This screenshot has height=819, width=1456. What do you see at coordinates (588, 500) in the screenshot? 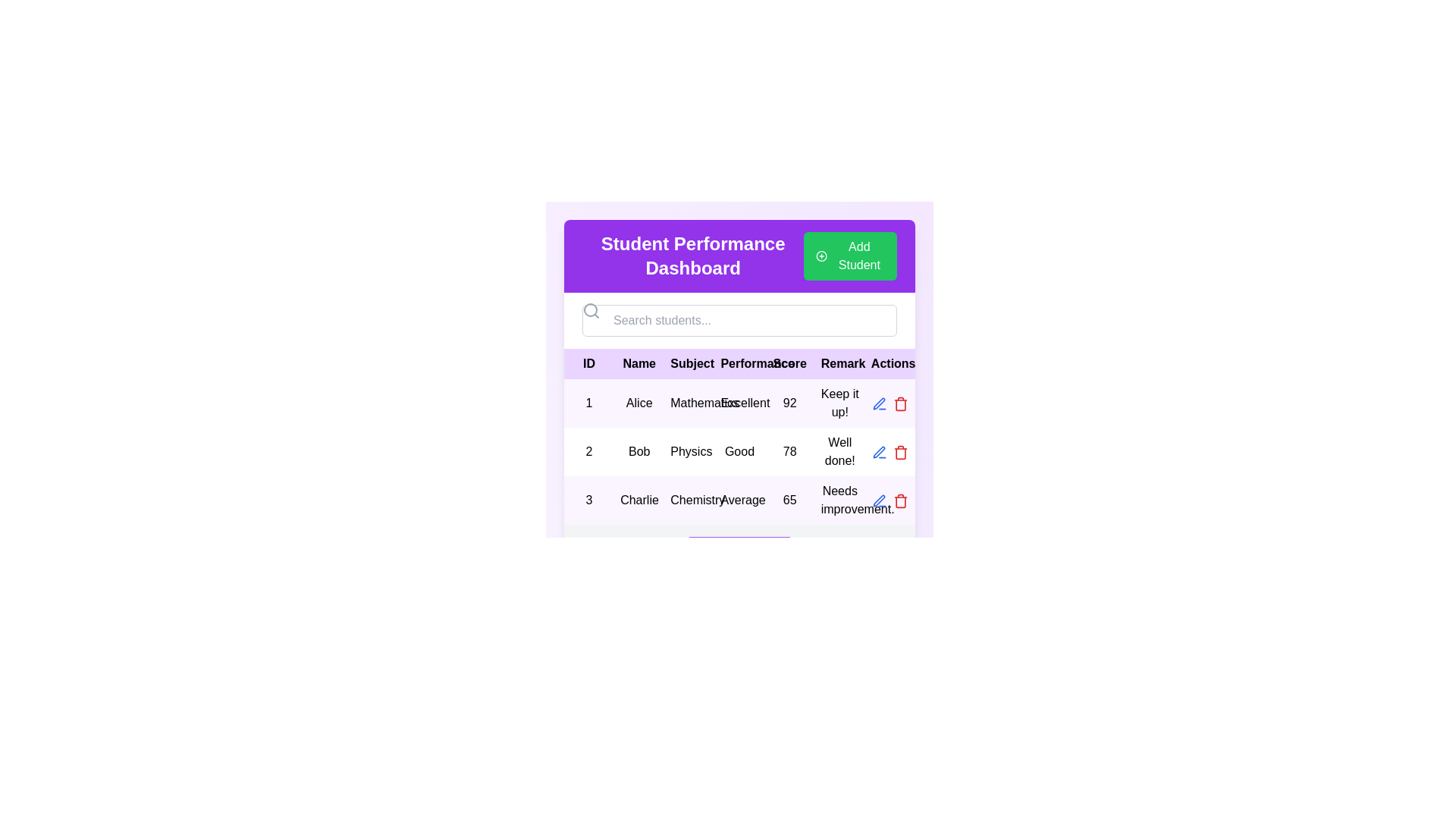
I see `the text label displaying the digit '3' in the first column of the third row of the table to associate it with its row contents` at bounding box center [588, 500].